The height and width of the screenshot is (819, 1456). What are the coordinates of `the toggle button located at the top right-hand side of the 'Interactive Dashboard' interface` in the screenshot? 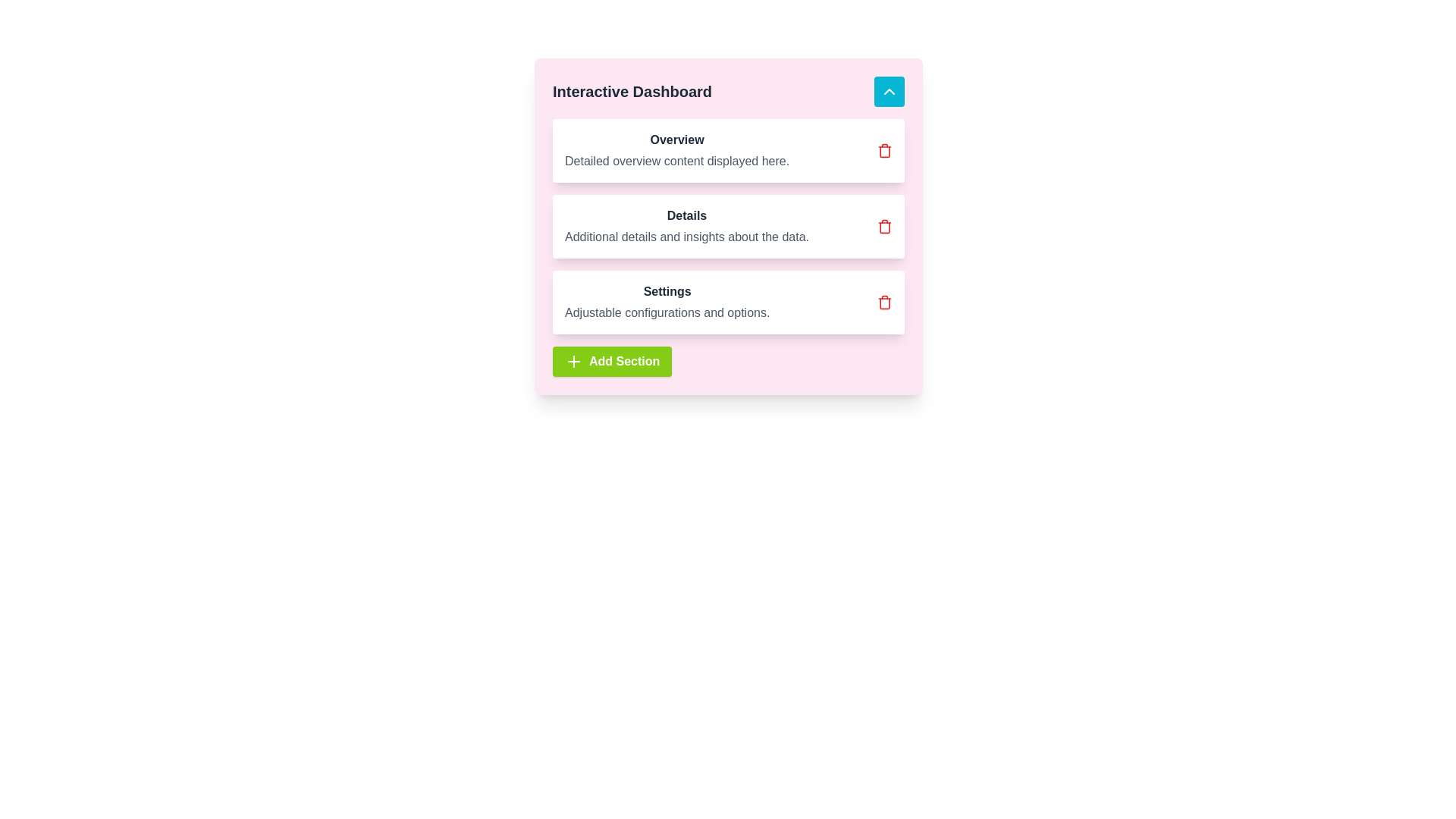 It's located at (889, 91).